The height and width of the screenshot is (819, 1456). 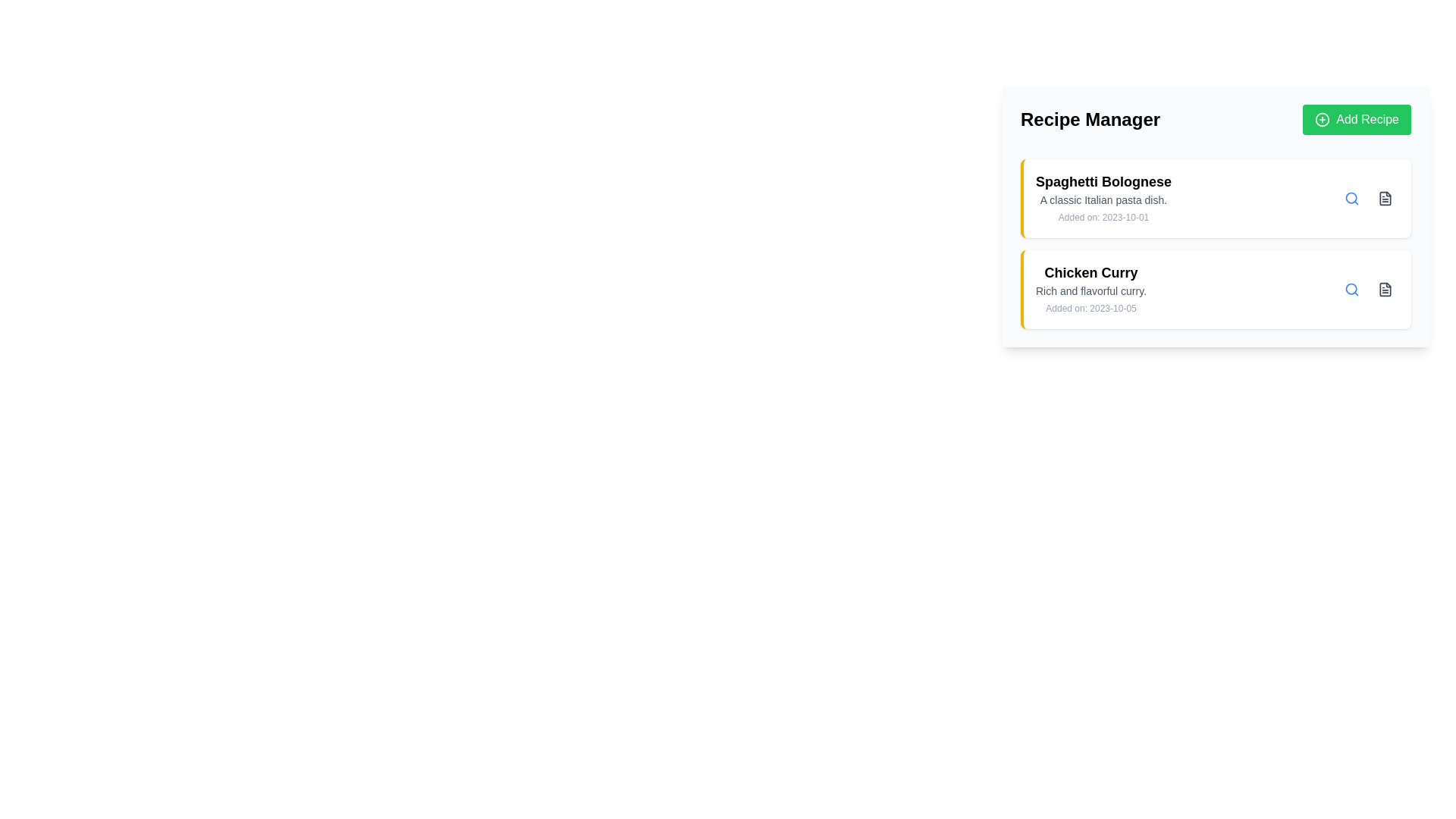 What do you see at coordinates (1351, 289) in the screenshot?
I see `the circular element within the SVG graphic that resembles part of a magnifying glass icon, which is located near the text entry area labeled 'Spaghetti Bolognese'` at bounding box center [1351, 289].